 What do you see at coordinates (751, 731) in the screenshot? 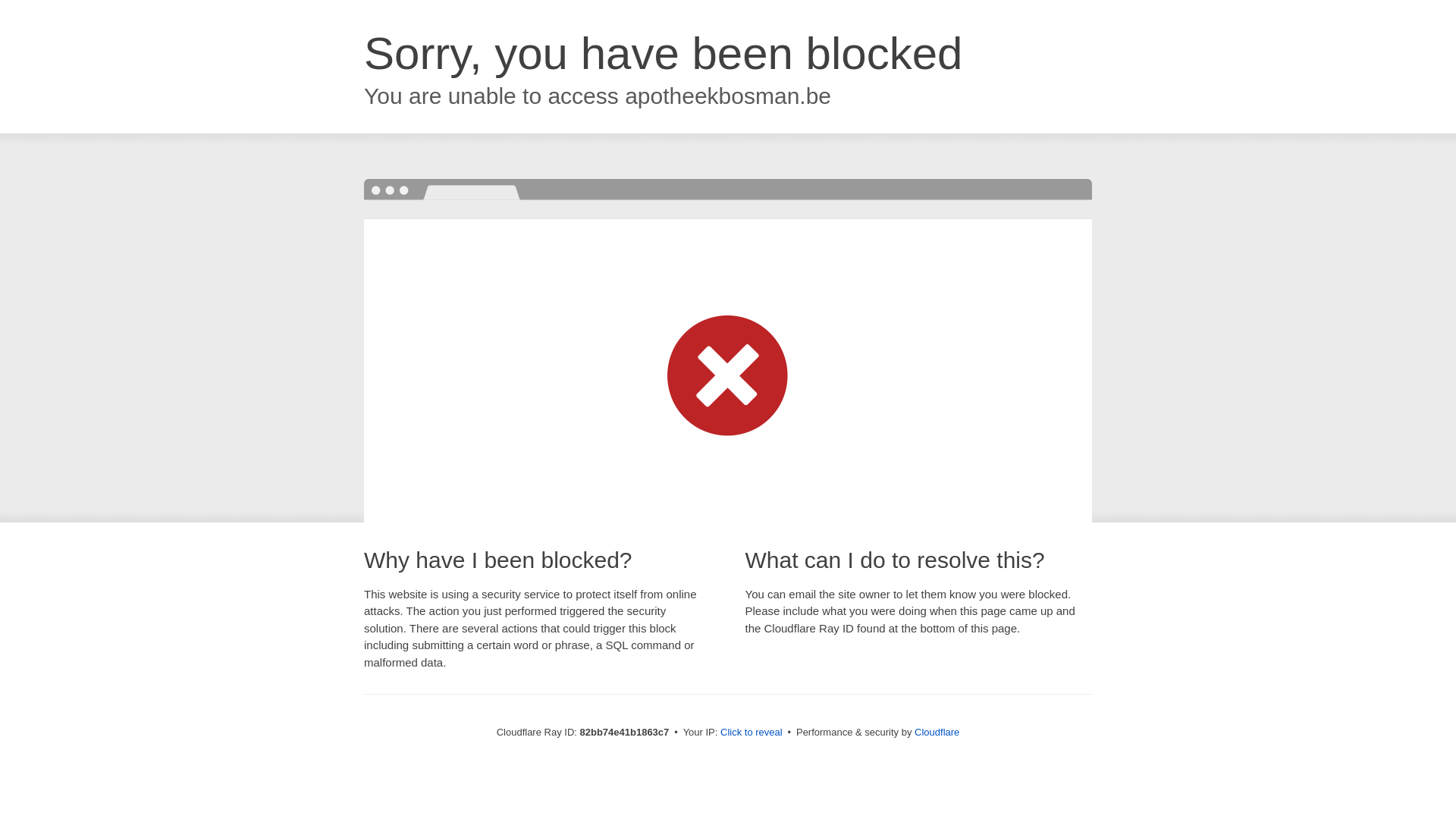
I see `'Click to reveal'` at bounding box center [751, 731].